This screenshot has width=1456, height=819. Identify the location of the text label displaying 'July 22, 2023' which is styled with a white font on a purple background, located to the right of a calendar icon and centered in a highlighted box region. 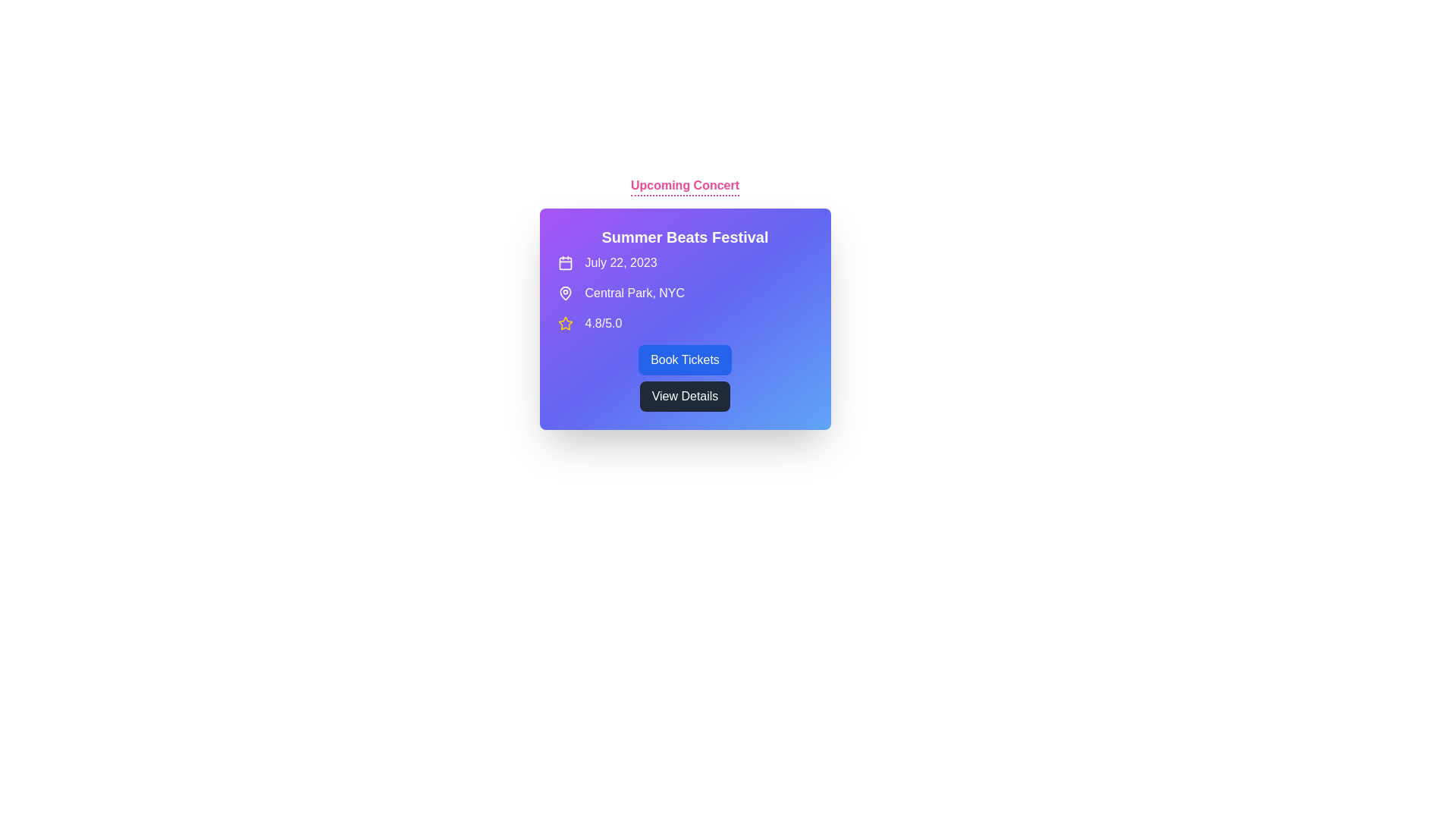
(621, 262).